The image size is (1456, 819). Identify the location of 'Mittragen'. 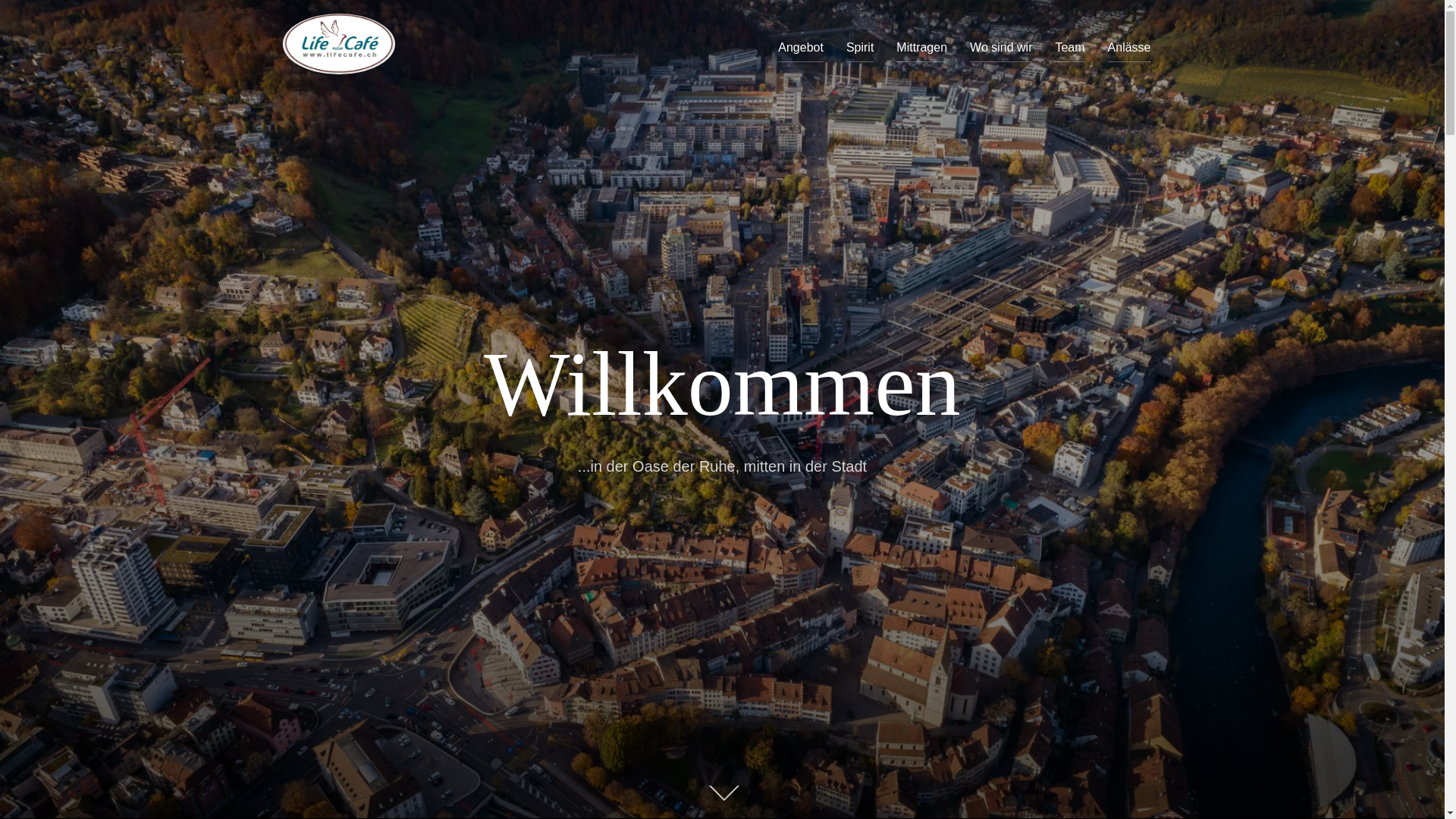
(921, 46).